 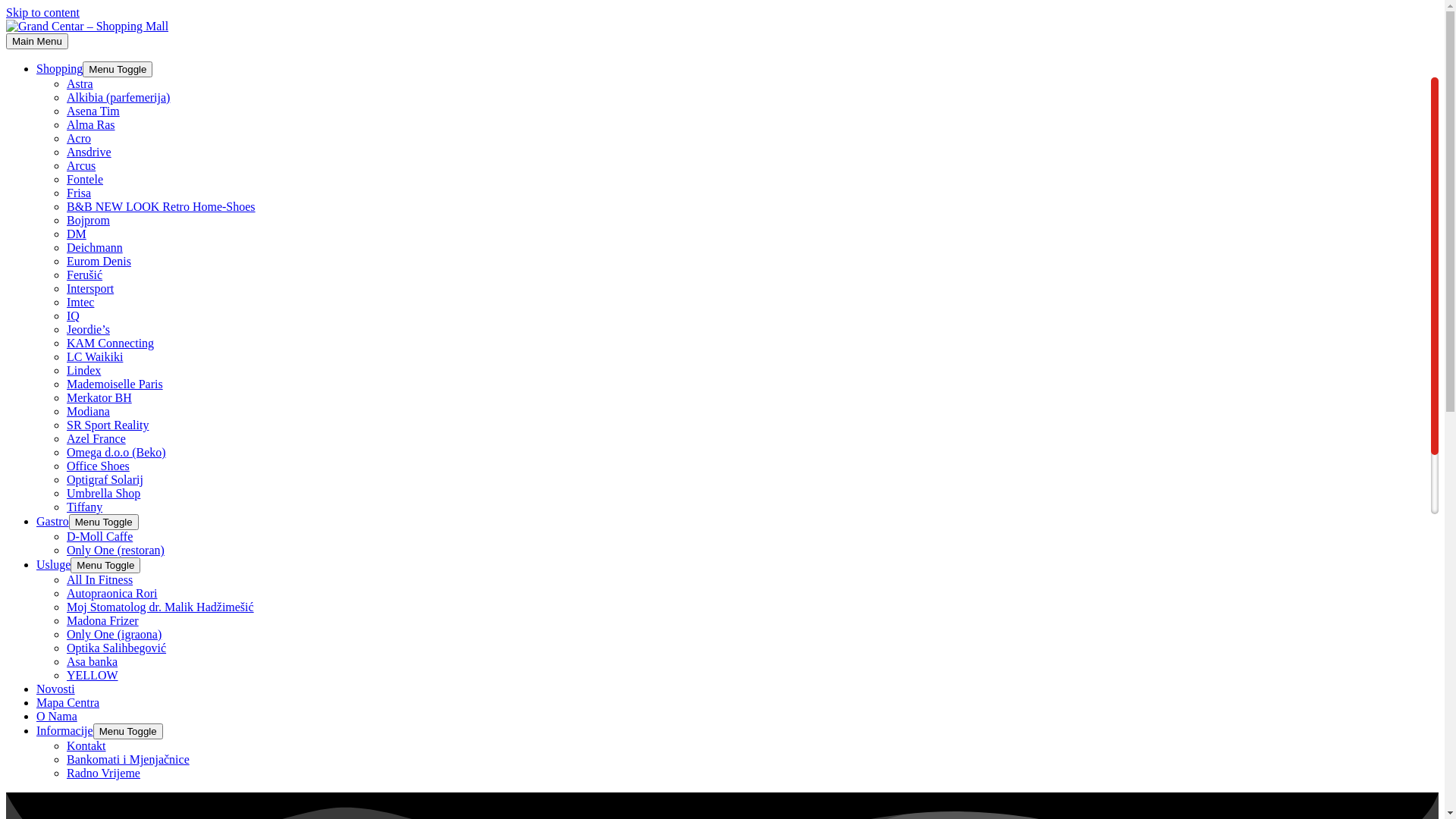 What do you see at coordinates (65, 438) in the screenshot?
I see `'Azel France'` at bounding box center [65, 438].